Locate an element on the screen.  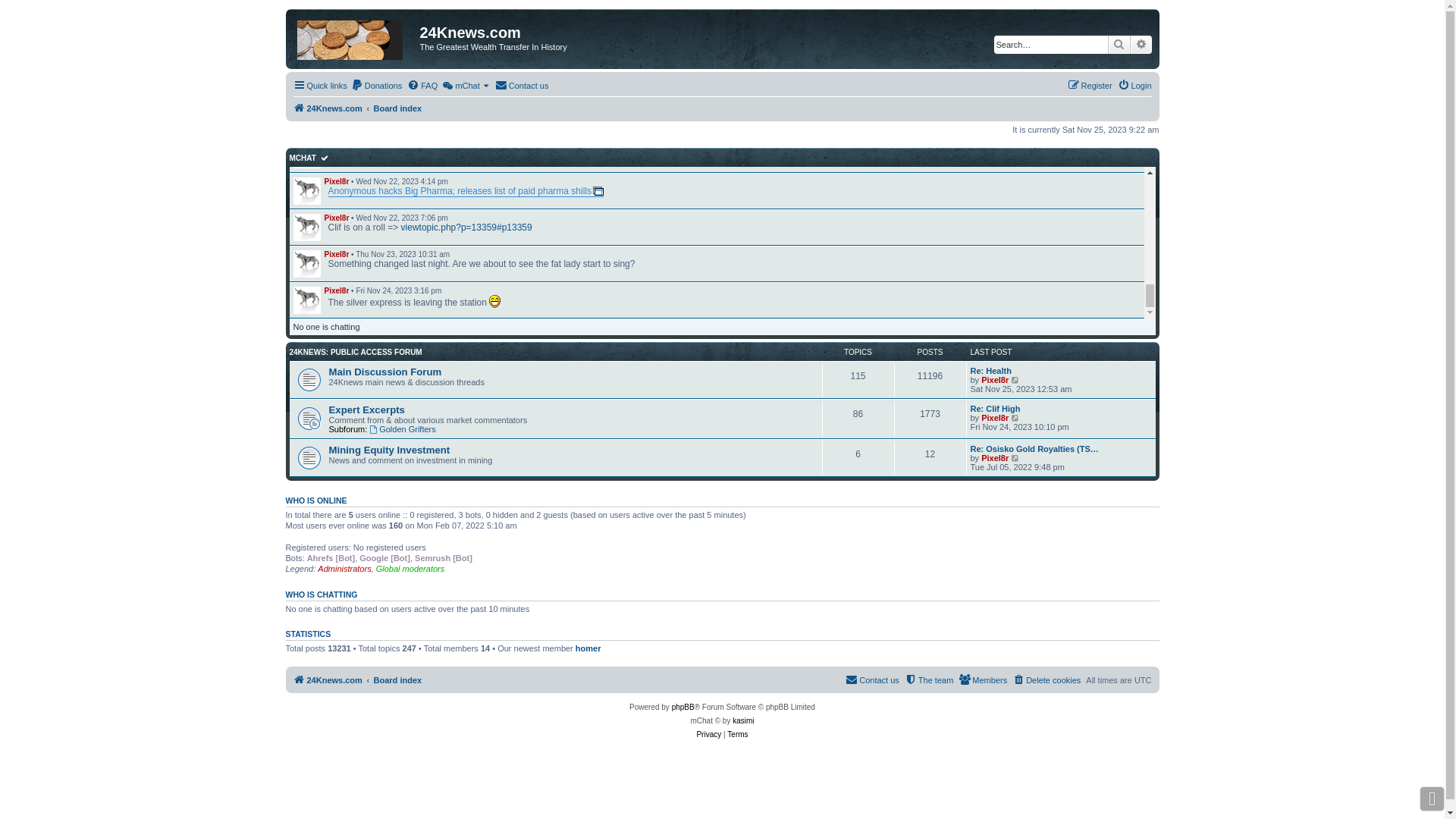
'Main Discussion Forum' is located at coordinates (385, 372).